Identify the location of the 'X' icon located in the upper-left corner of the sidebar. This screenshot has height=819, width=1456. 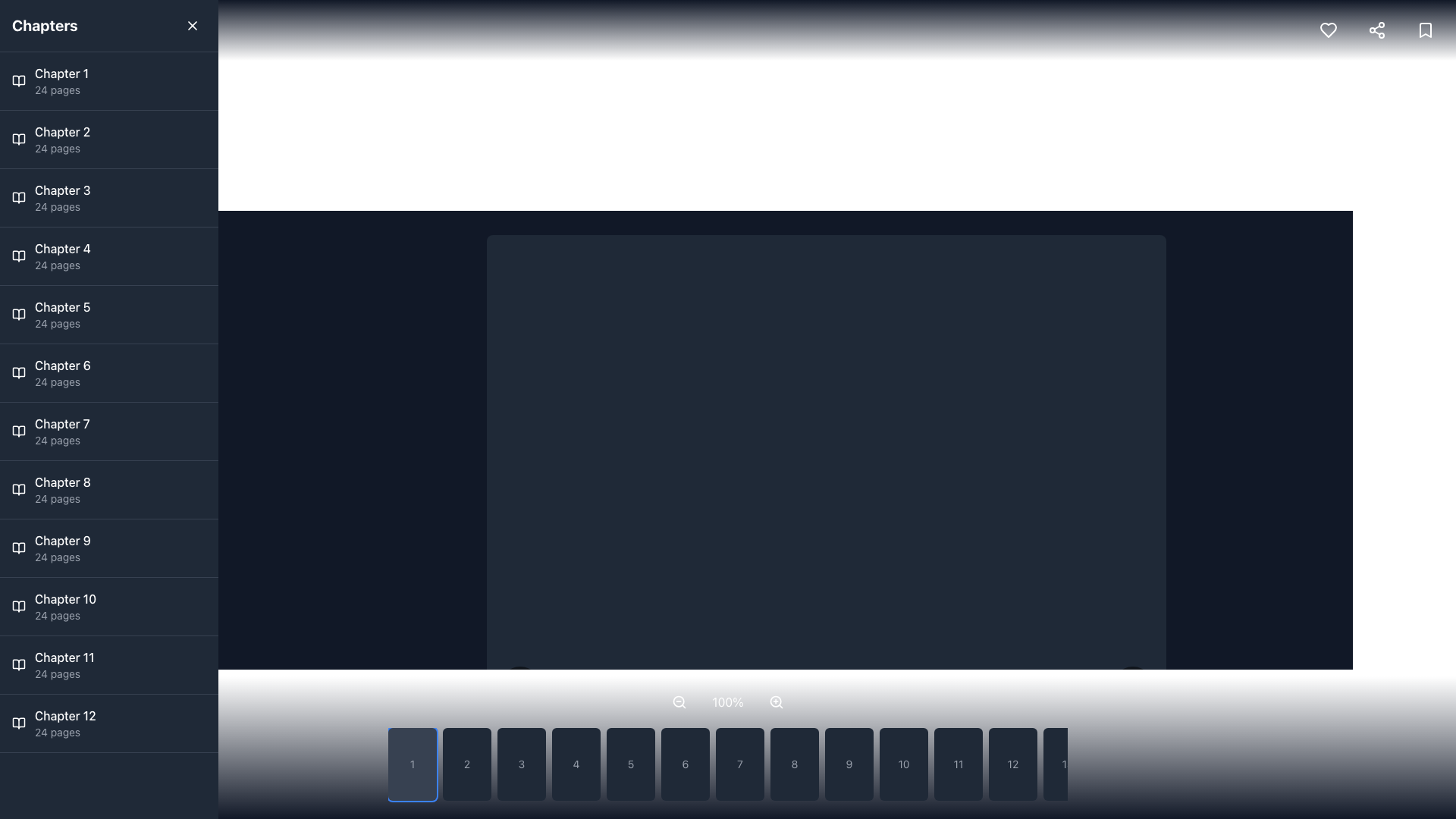
(192, 26).